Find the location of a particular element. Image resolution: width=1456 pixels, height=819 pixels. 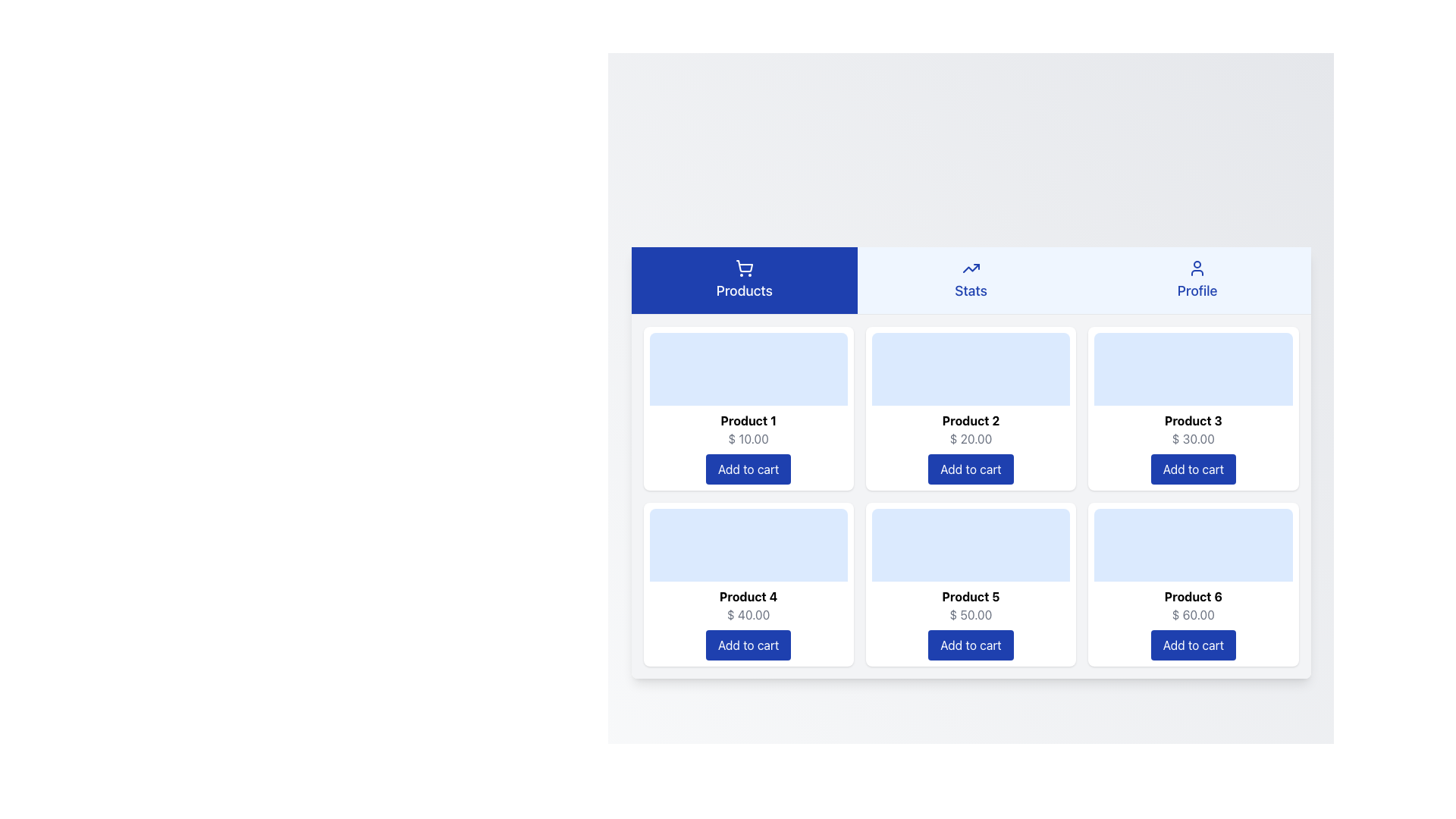

the 'Stats' tab, which is centrally located among three tabs, featuring blue text on a light blue background and an upward-trending arrow icon above the label is located at coordinates (971, 281).